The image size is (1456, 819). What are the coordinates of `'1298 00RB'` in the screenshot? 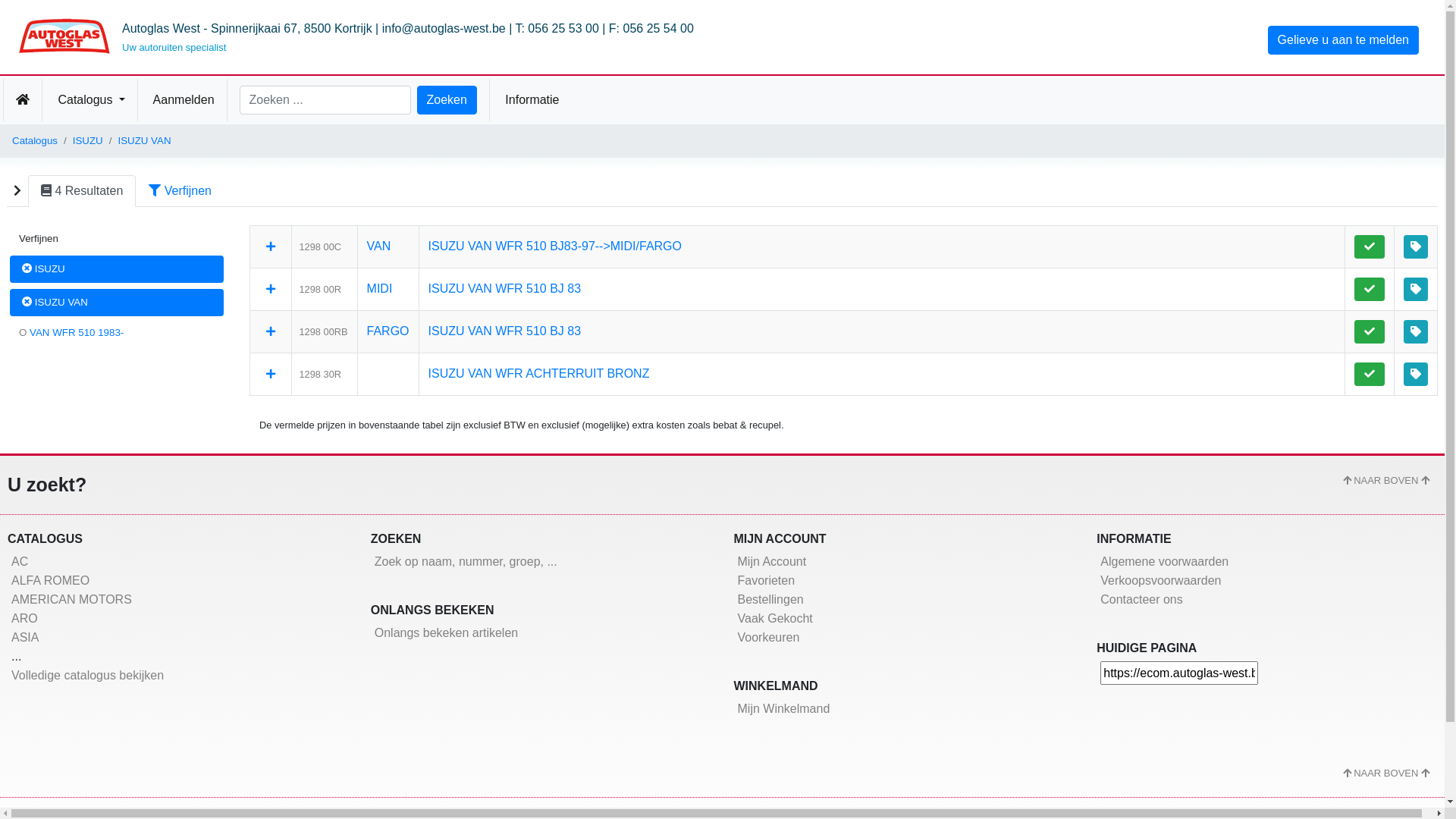 It's located at (322, 330).